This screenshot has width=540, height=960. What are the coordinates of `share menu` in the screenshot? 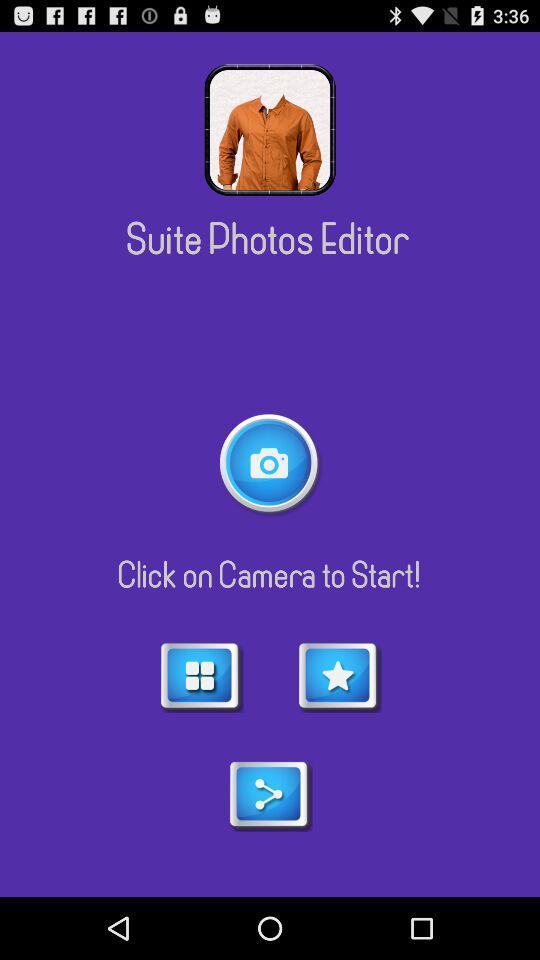 It's located at (270, 795).